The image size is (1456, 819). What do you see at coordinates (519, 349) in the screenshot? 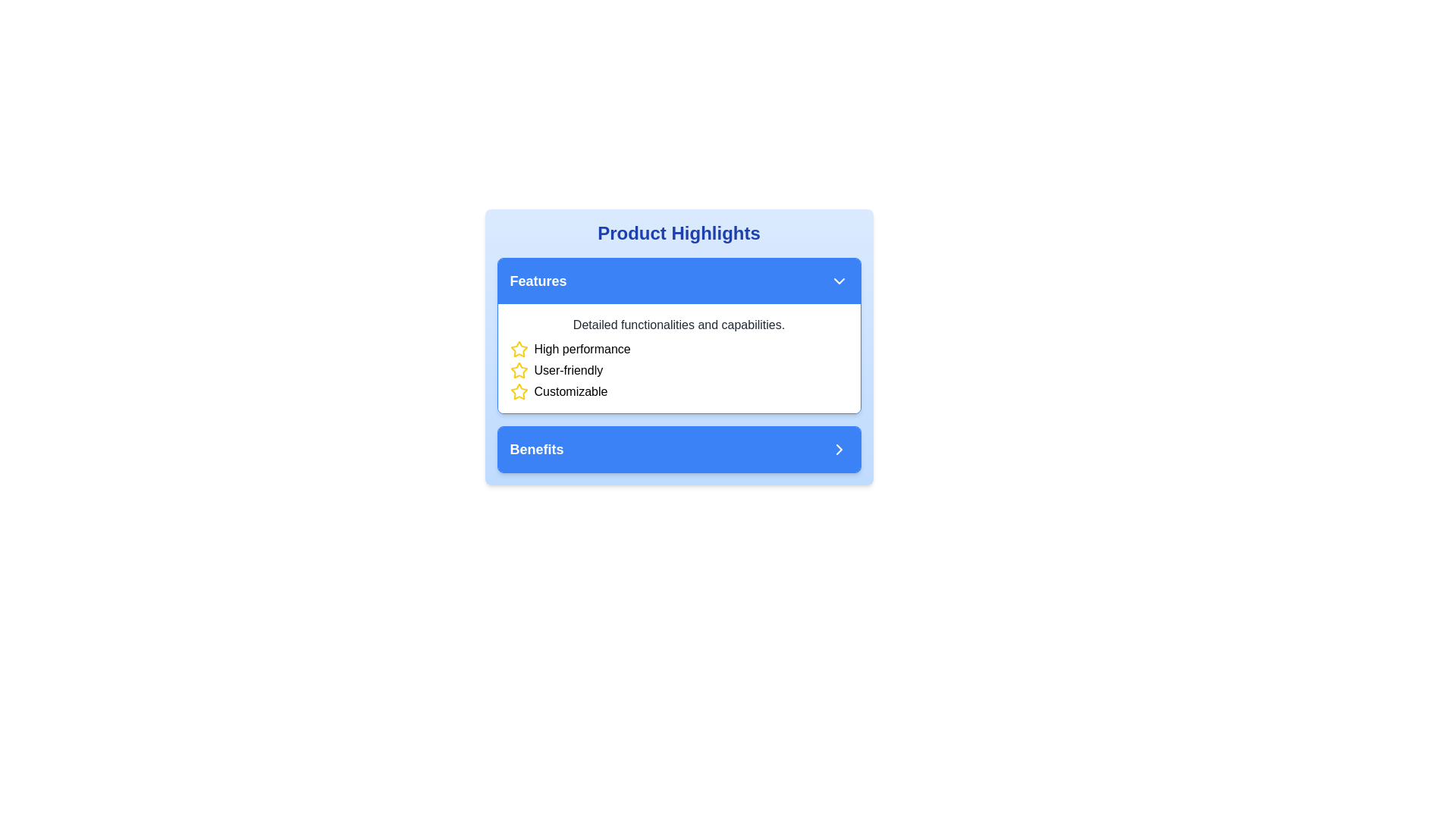
I see `the star-shaped icon representing 'User-friendly' in the 'Features' section of the 'Product Highlights' area` at bounding box center [519, 349].